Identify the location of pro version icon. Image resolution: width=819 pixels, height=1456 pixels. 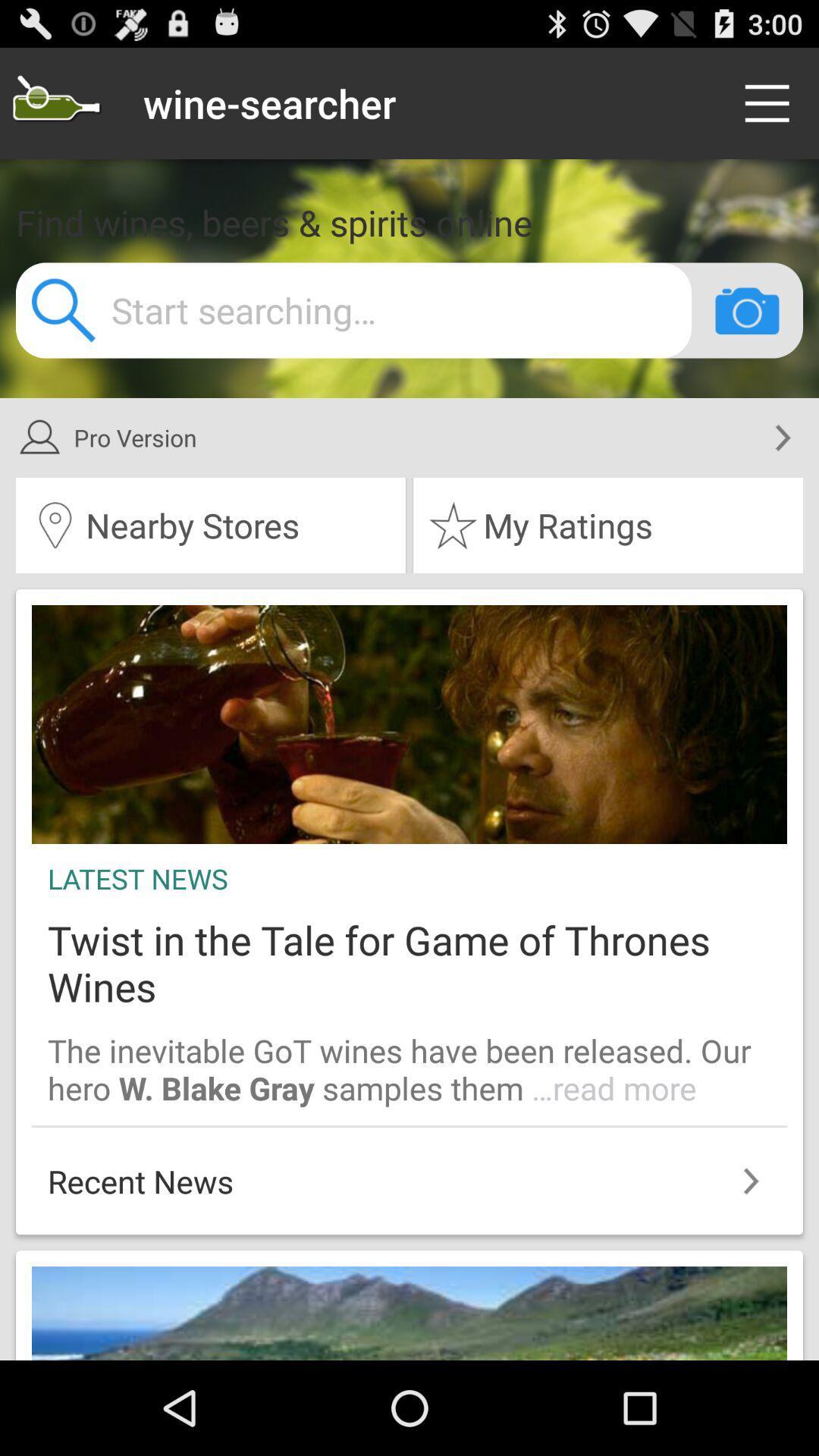
(388, 437).